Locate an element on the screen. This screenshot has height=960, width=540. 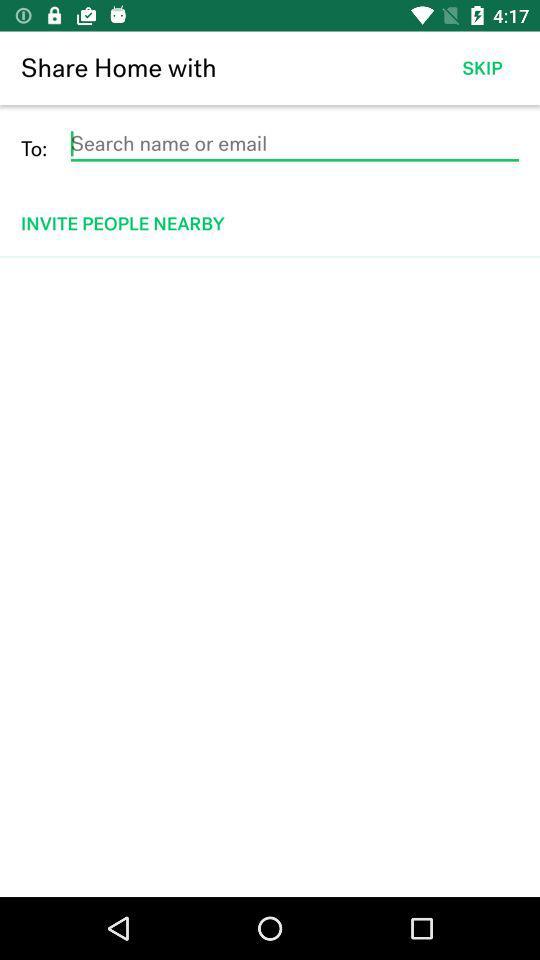
search text field is located at coordinates (293, 143).